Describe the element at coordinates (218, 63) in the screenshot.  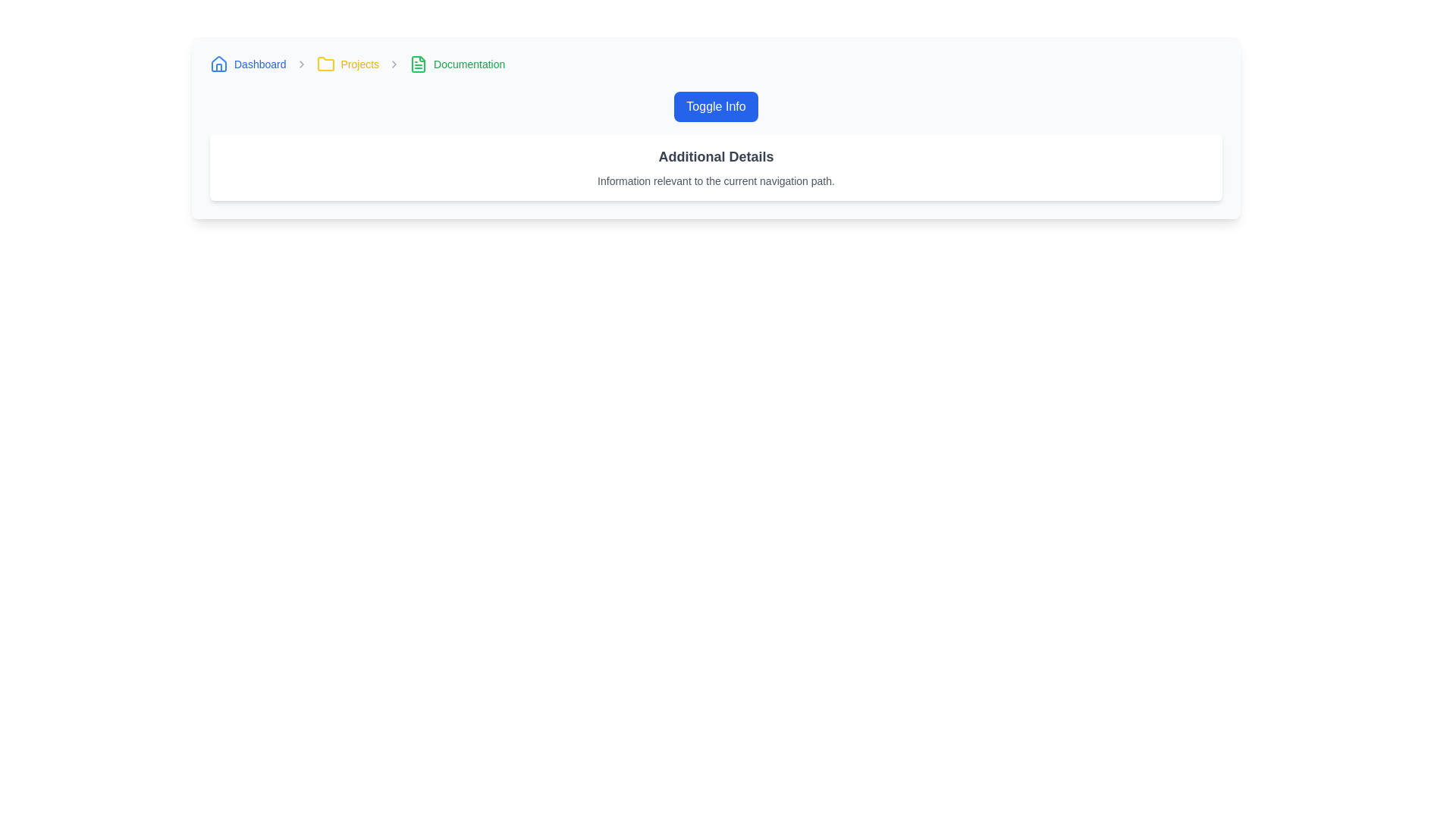
I see `the home navigation icon button located at the far left of the breadcrumb navigation bar` at that location.